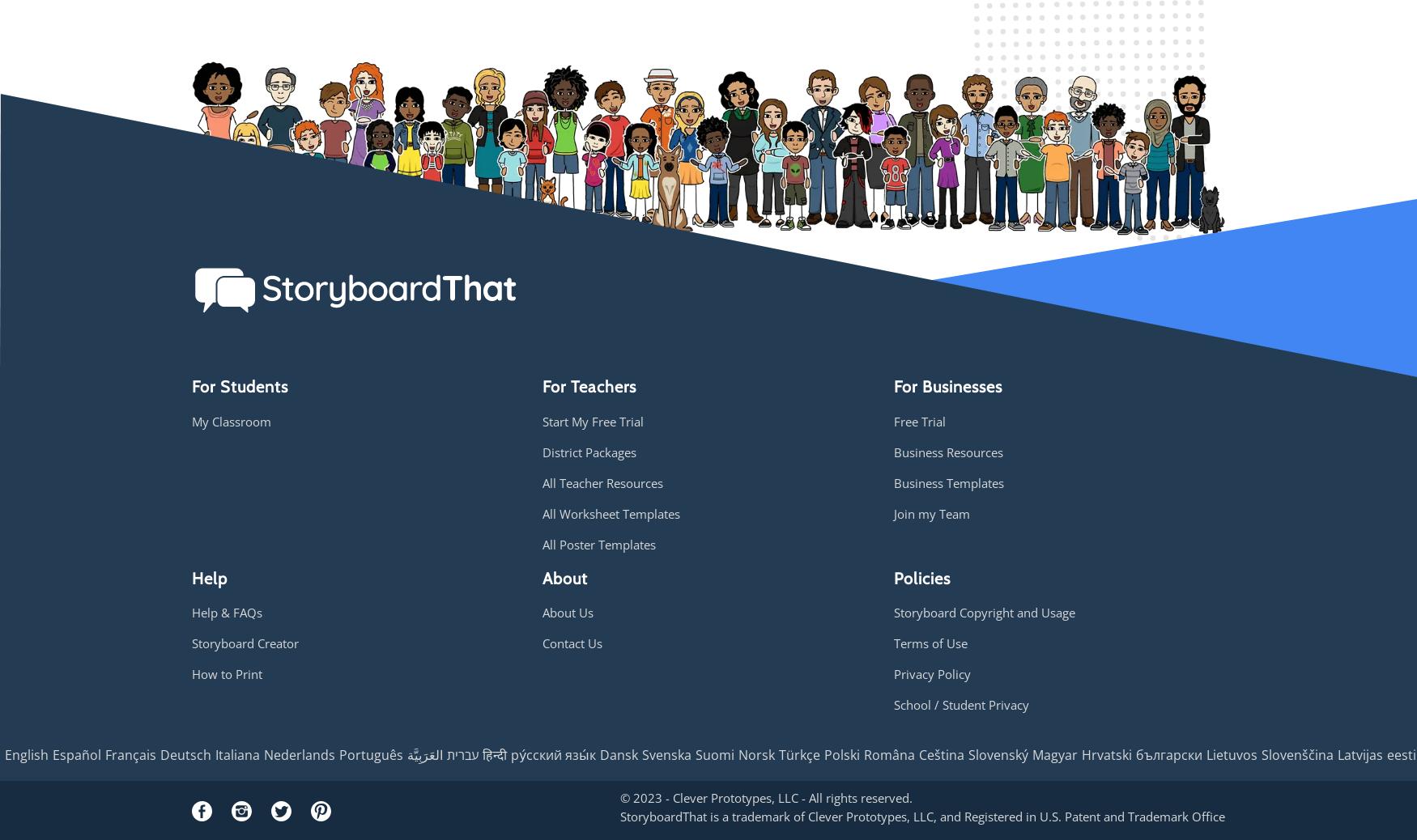 The height and width of the screenshot is (840, 1417). What do you see at coordinates (755, 754) in the screenshot?
I see `'Norsk'` at bounding box center [755, 754].